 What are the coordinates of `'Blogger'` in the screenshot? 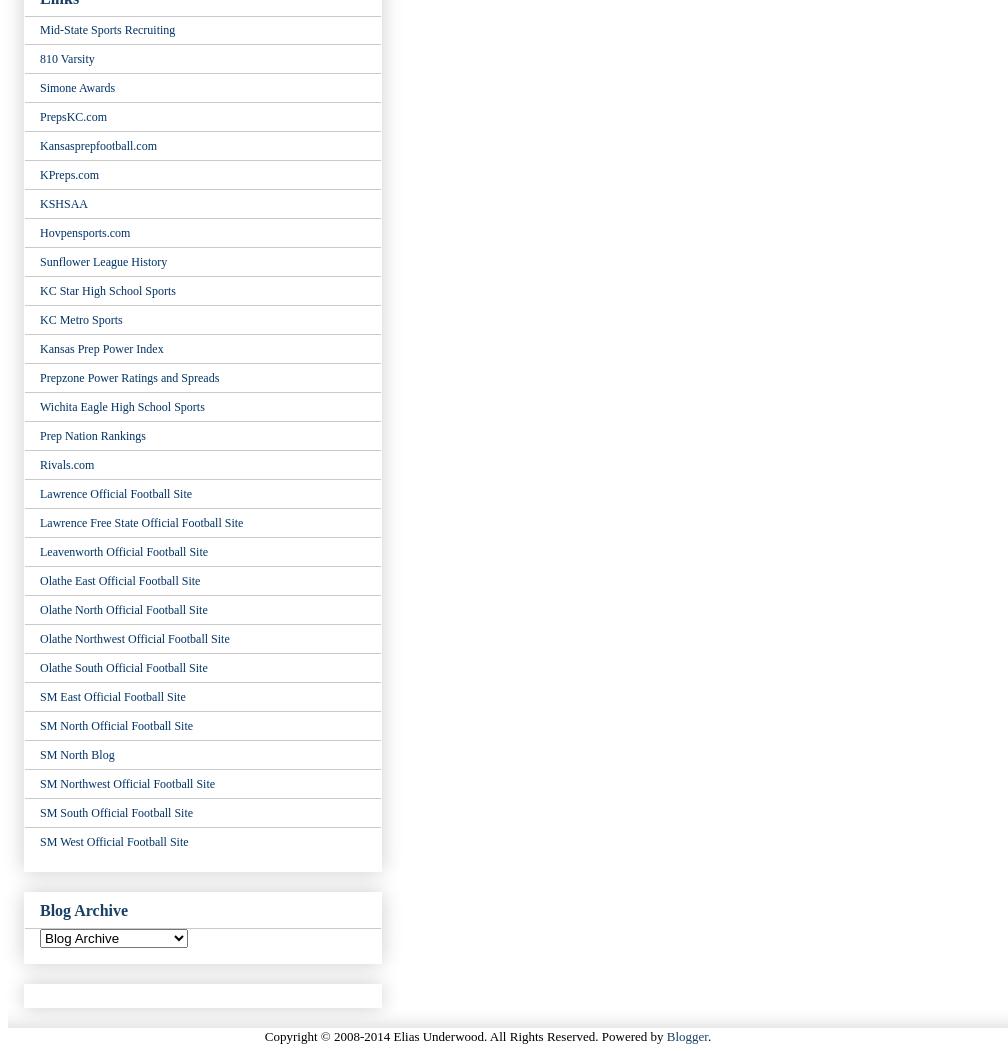 It's located at (686, 1035).